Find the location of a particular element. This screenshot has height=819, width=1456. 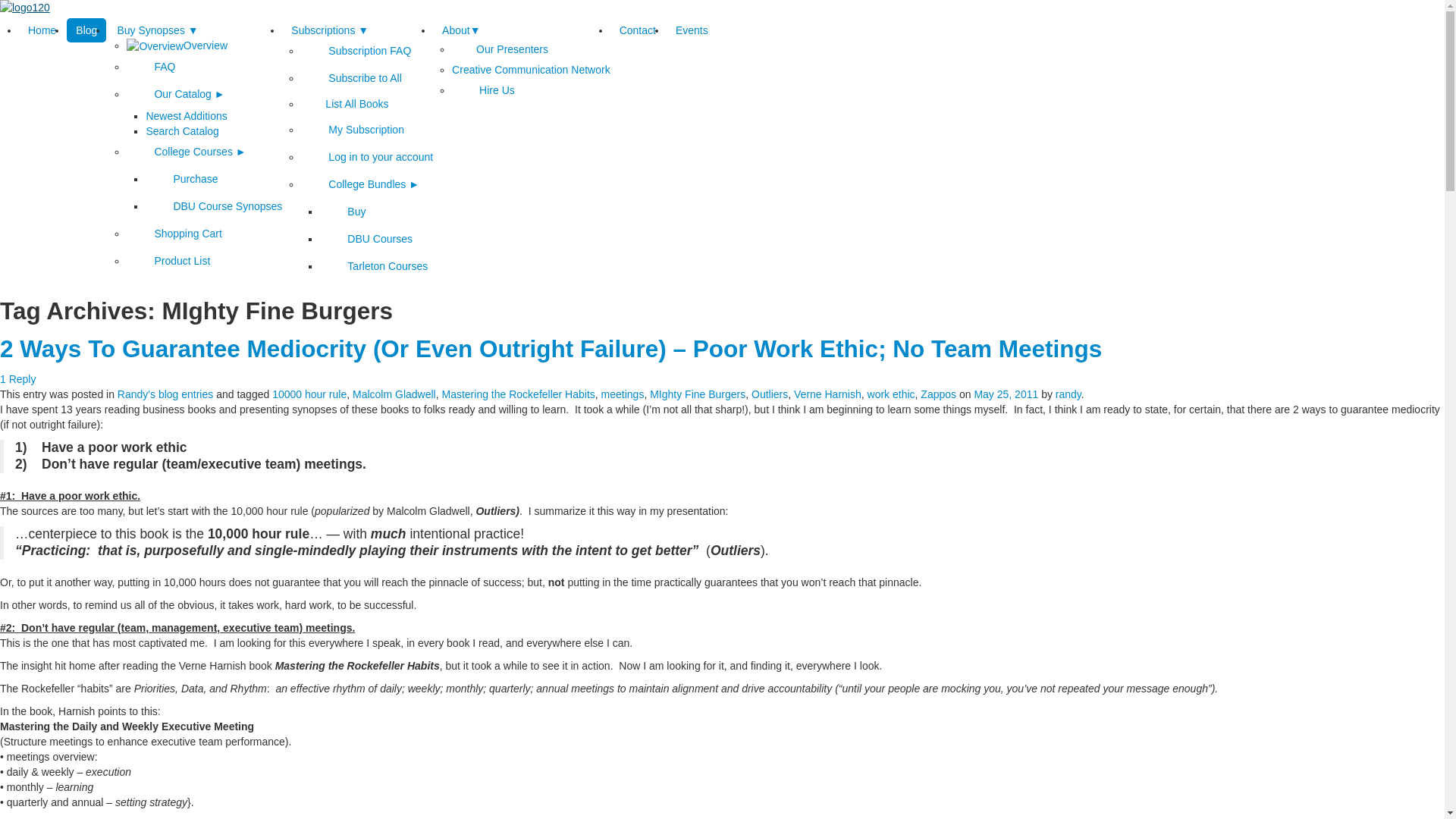

'Home' is located at coordinates (18, 30).